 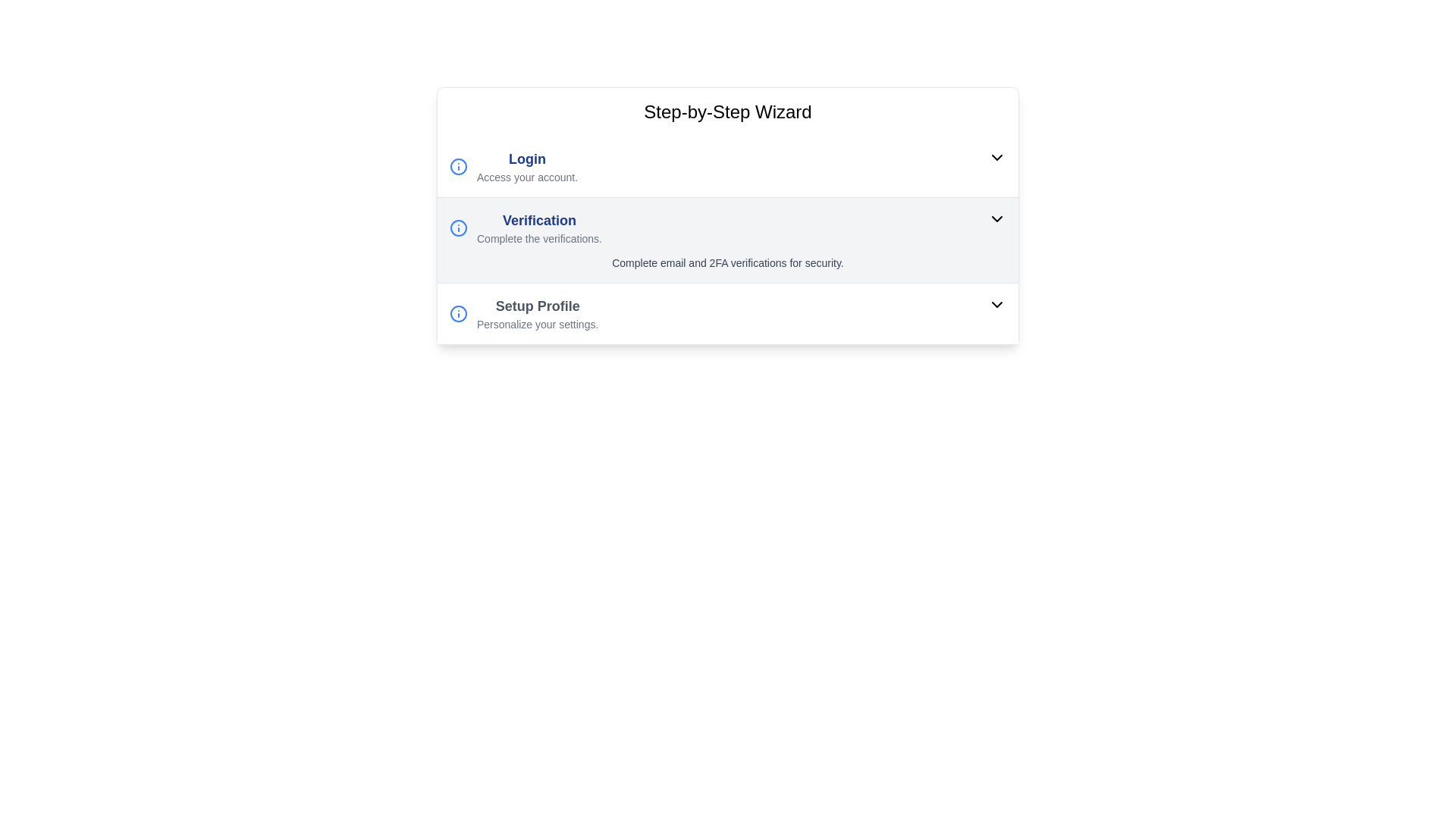 I want to click on the circular blue icon with an 'i' symbol representing information, which is the leftmost object in the step-by-step wizard interface, located at the second row before the text 'Verification', so click(x=457, y=227).